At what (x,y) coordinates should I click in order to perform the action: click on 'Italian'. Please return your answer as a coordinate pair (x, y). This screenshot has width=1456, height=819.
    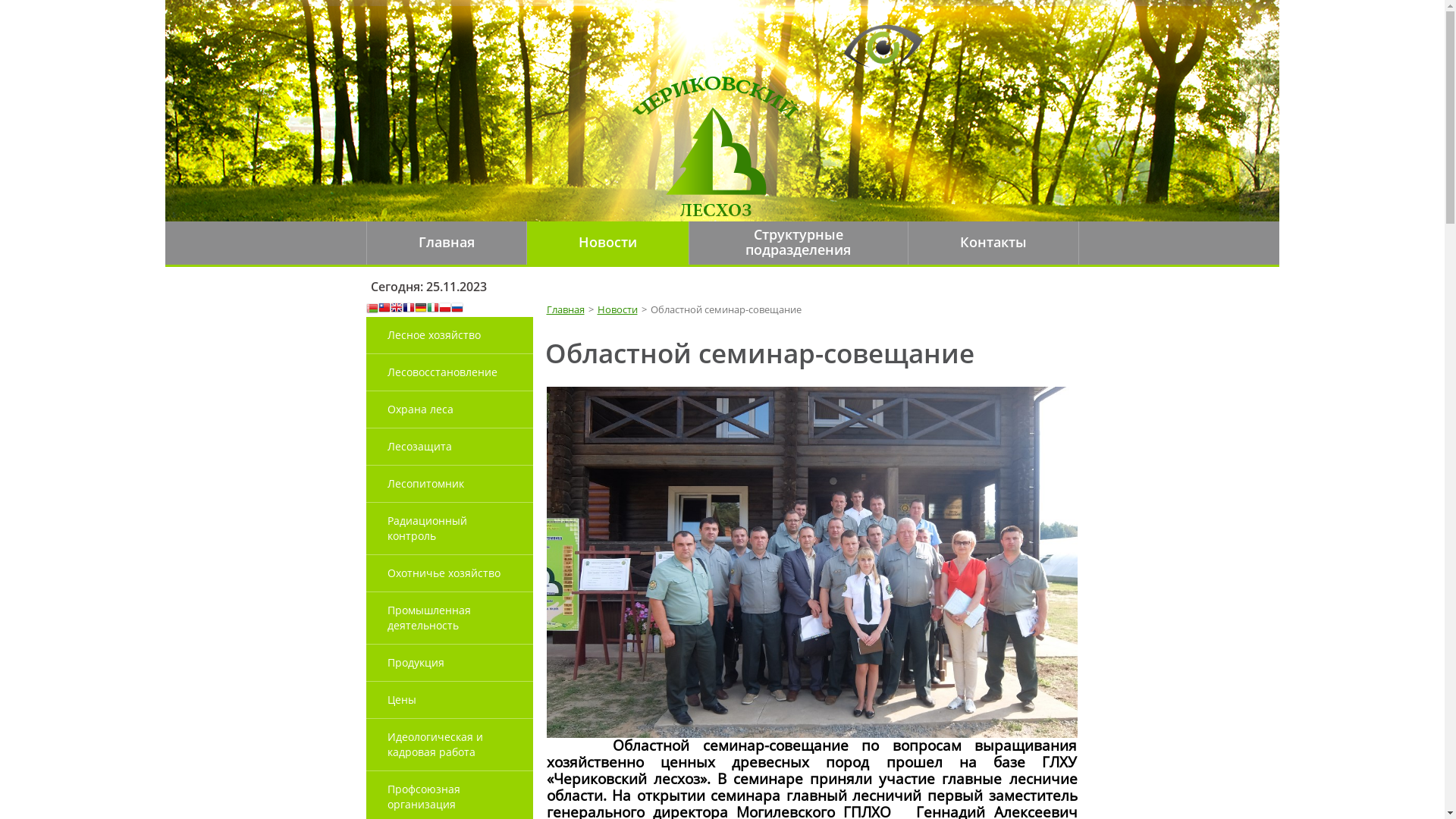
    Looking at the image, I should click on (431, 308).